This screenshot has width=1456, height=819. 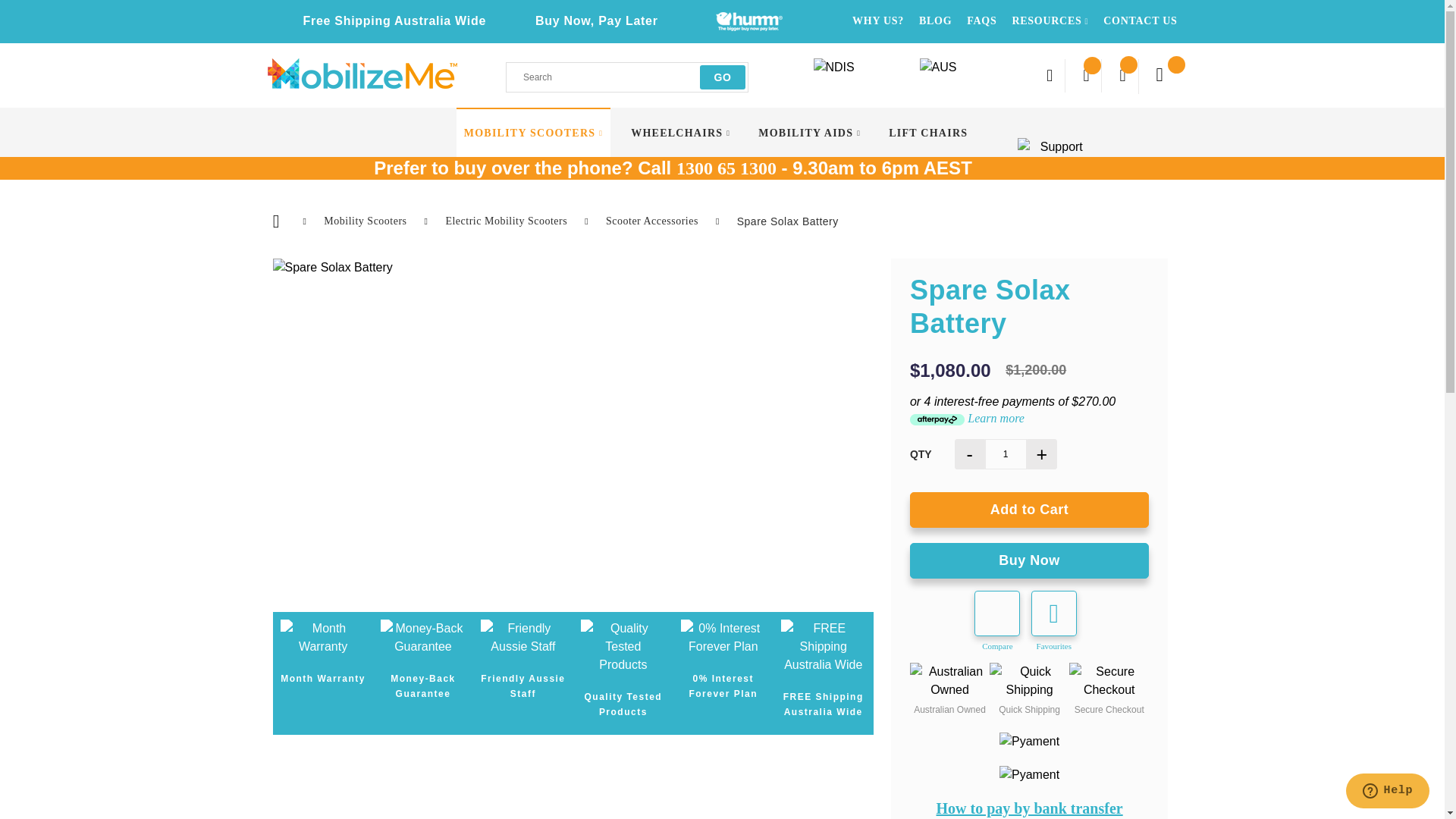 What do you see at coordinates (934, 20) in the screenshot?
I see `'BLOG'` at bounding box center [934, 20].